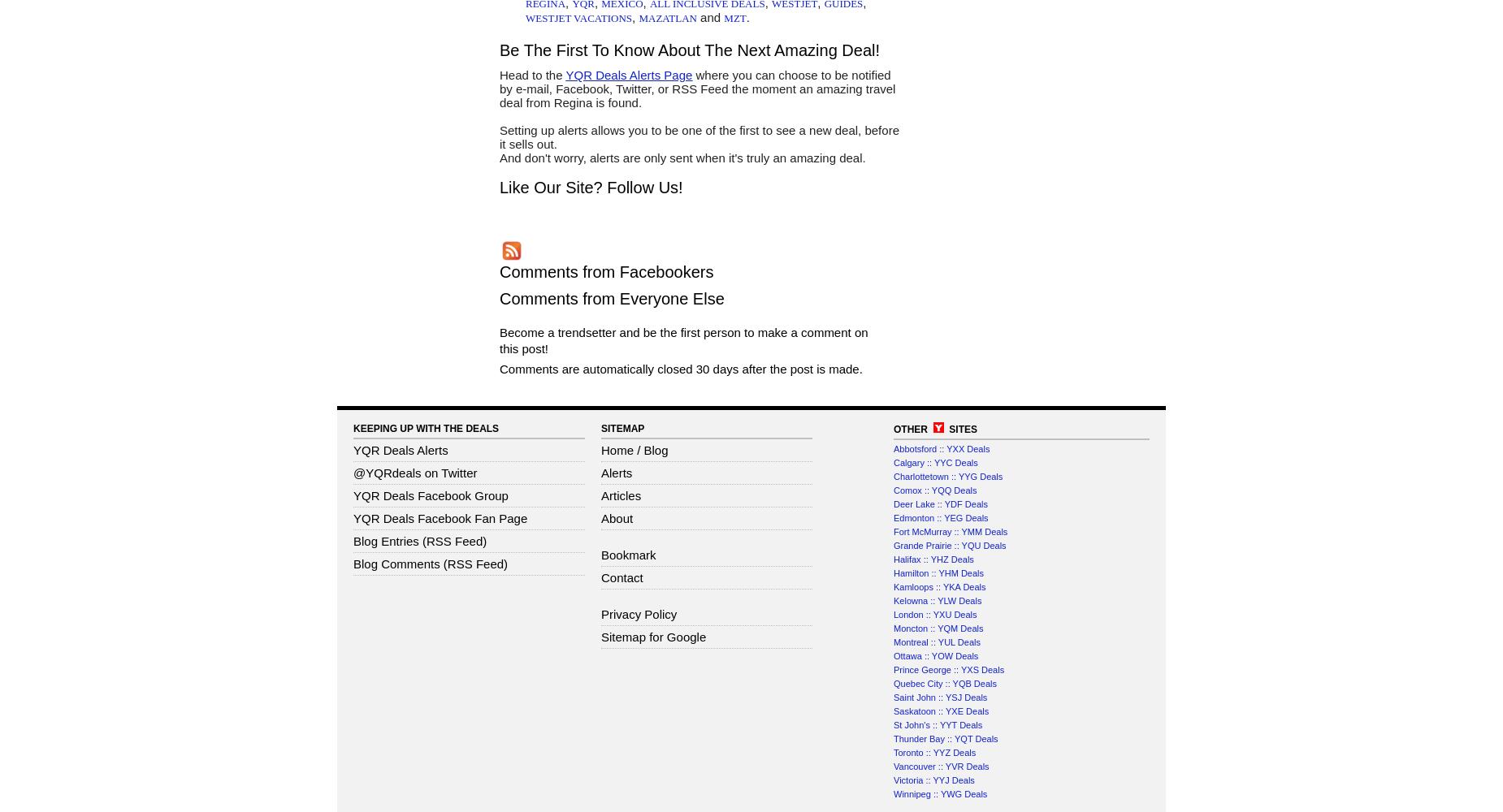 The height and width of the screenshot is (812, 1503). I want to click on 'London :: YXU Deals', so click(934, 615).